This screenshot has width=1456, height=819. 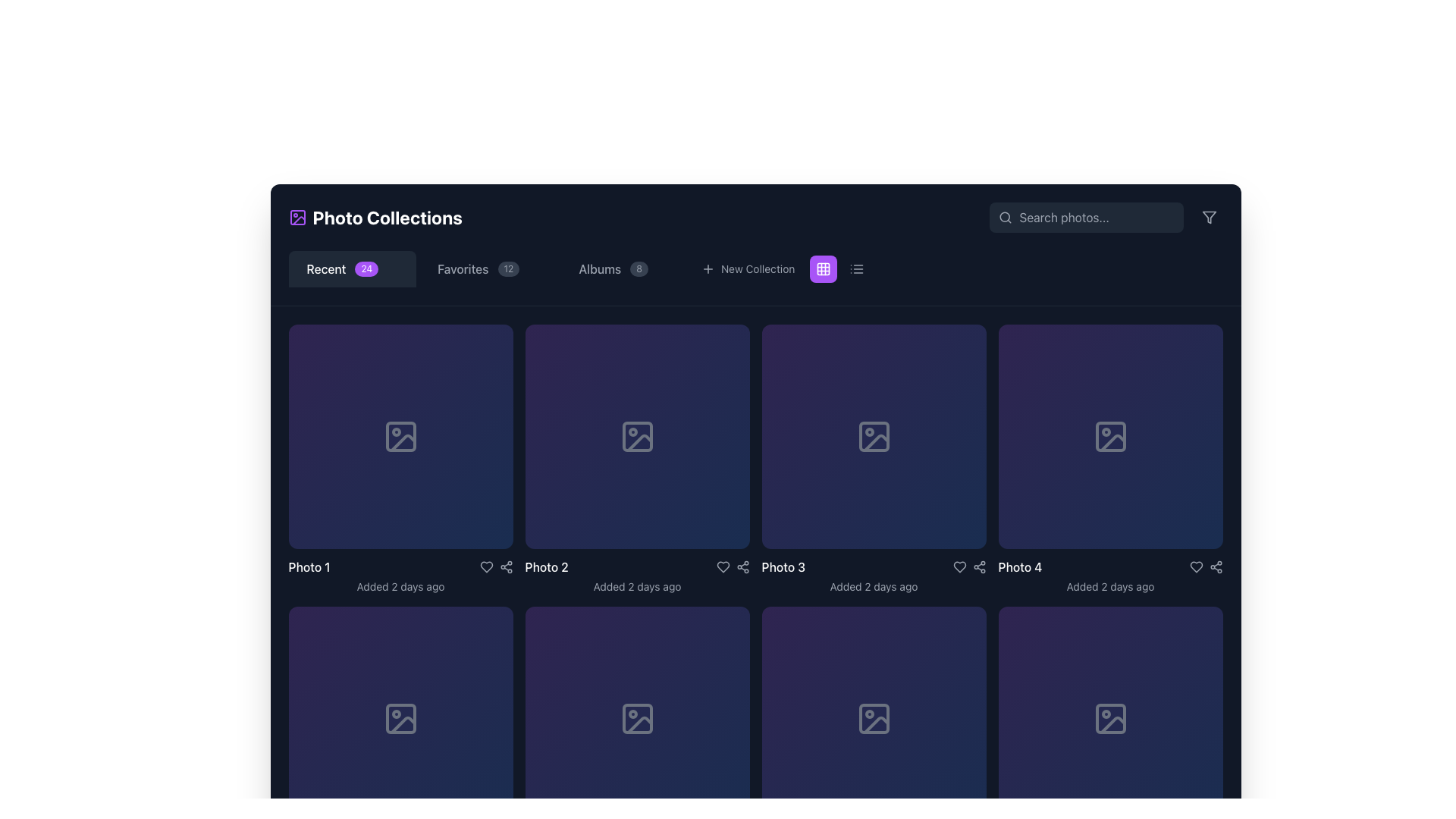 What do you see at coordinates (637, 436) in the screenshot?
I see `the IconButton located in the second cell of the top row of the grid layout, which allows users to download content associated with the displayed image` at bounding box center [637, 436].